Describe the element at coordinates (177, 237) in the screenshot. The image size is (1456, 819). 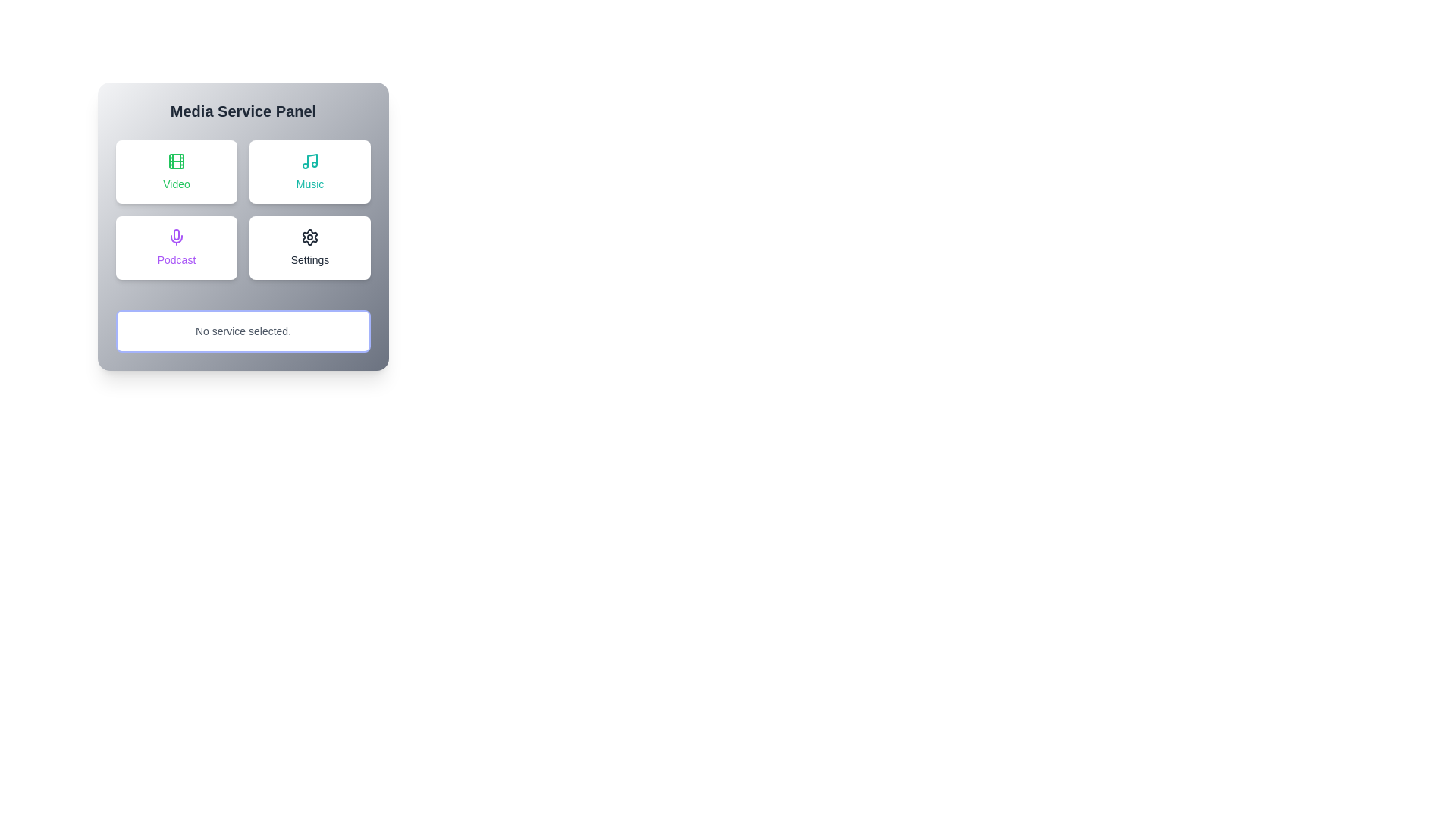
I see `the 'Podcast' icon in the media service panel` at that location.